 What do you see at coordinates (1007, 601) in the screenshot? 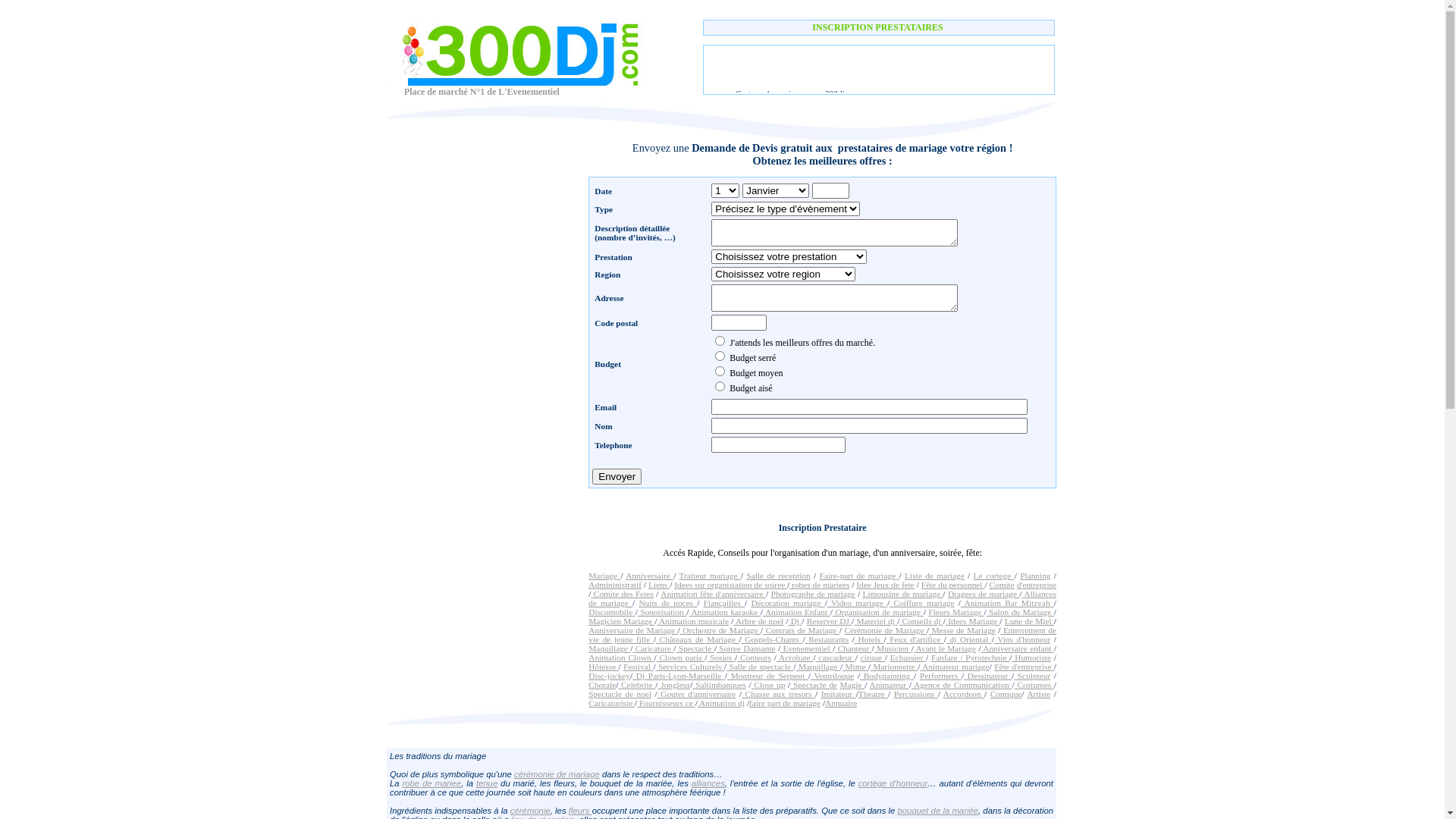
I see `'Animation Bar Mitzvah'` at bounding box center [1007, 601].